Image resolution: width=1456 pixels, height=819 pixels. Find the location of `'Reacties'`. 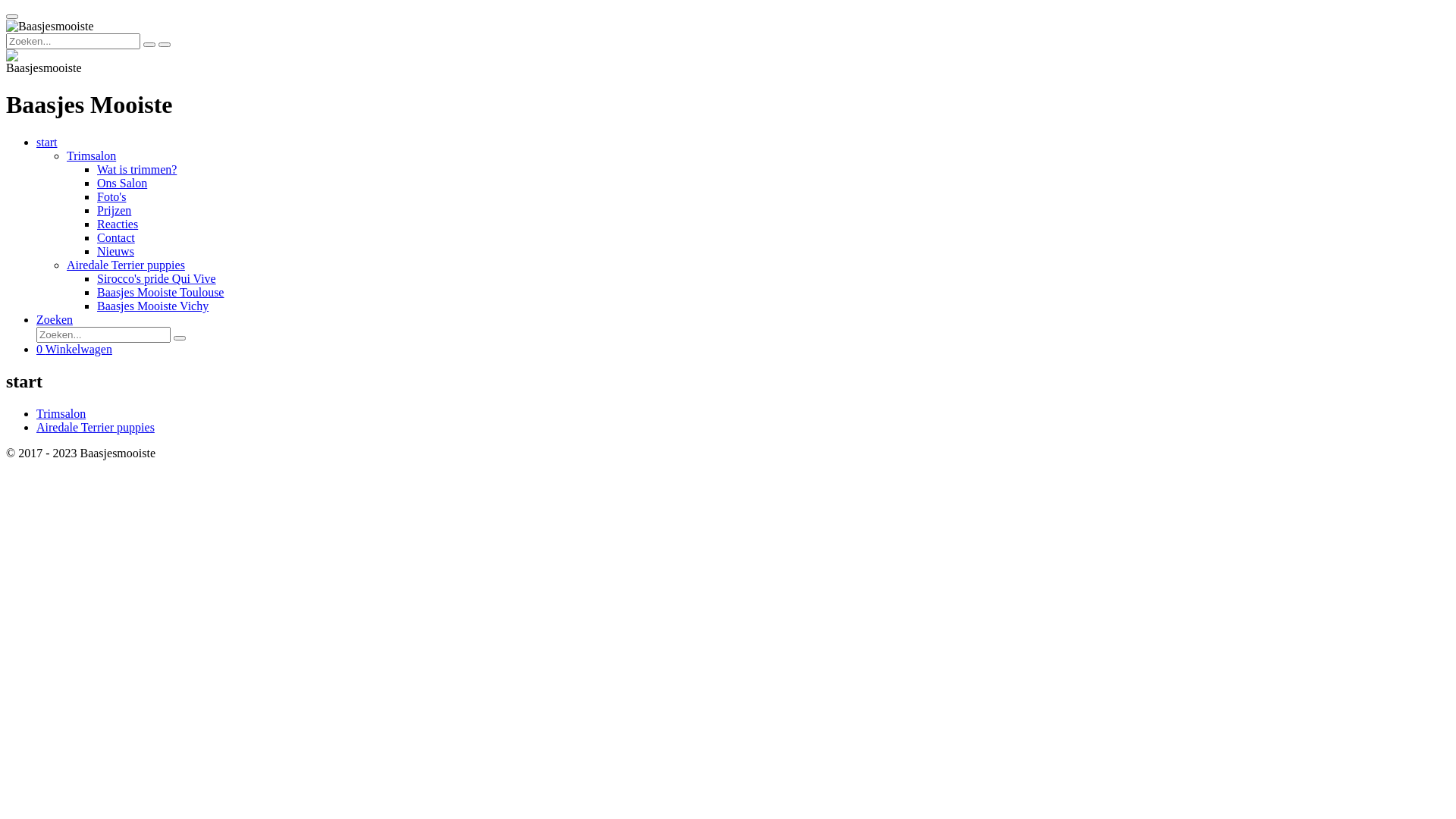

'Reacties' is located at coordinates (116, 224).